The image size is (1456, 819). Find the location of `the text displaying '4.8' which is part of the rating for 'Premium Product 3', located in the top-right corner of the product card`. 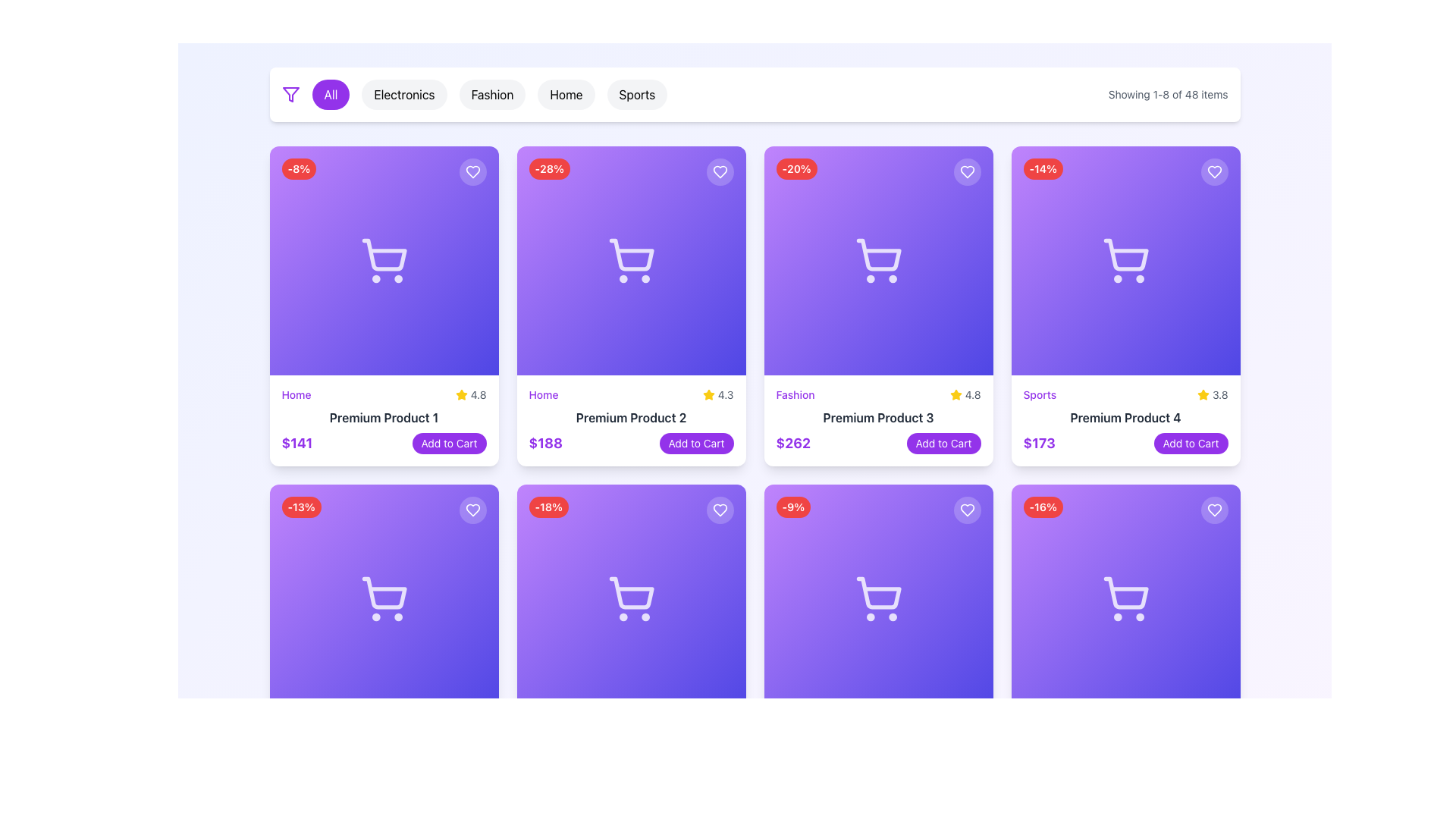

the text displaying '4.8' which is part of the rating for 'Premium Product 3', located in the top-right corner of the product card is located at coordinates (478, 394).